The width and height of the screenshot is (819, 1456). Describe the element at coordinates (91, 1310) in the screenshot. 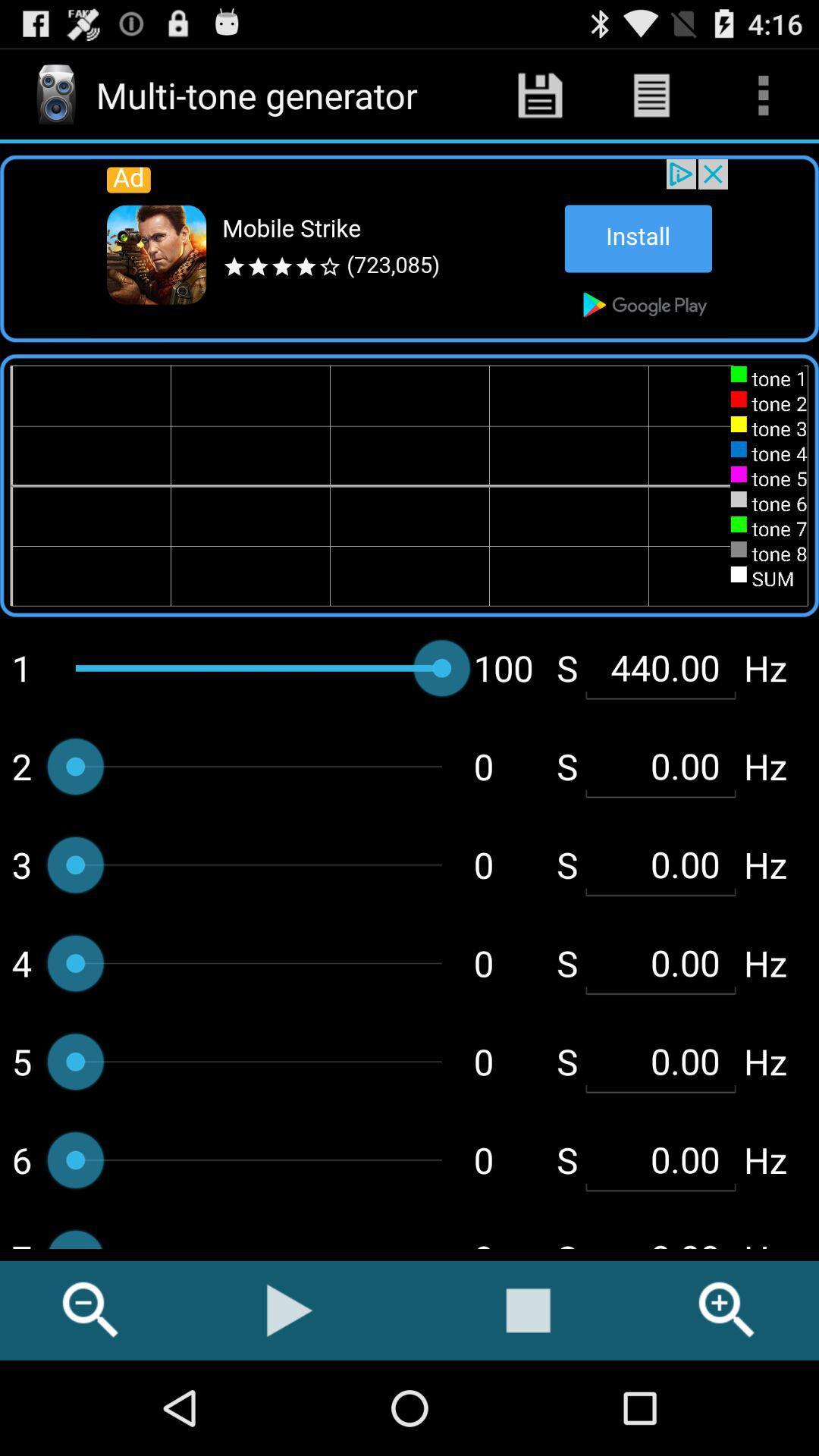

I see `the icon left to play button at the bottom of the page` at that location.